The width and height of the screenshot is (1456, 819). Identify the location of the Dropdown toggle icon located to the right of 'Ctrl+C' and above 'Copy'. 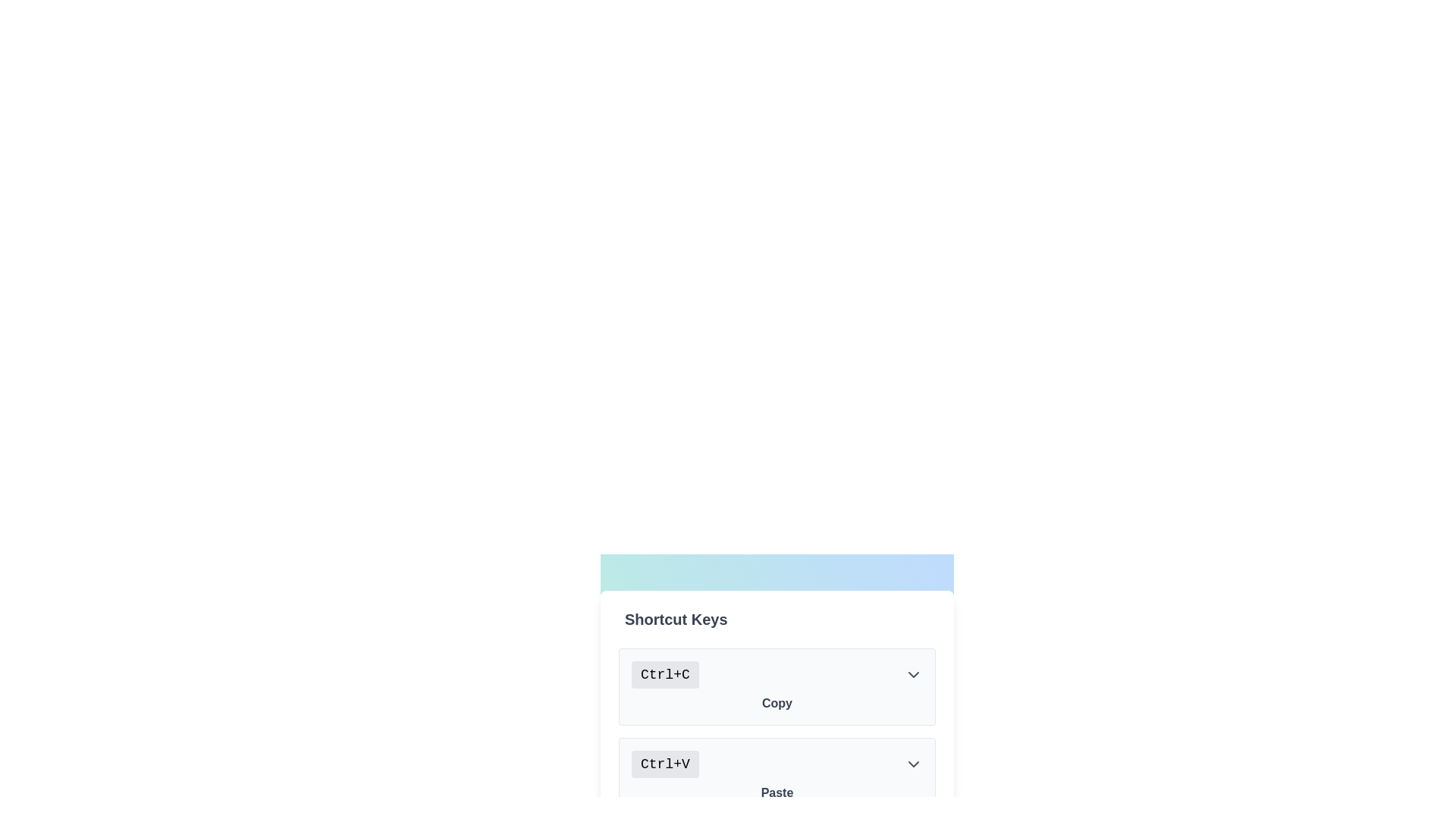
(912, 674).